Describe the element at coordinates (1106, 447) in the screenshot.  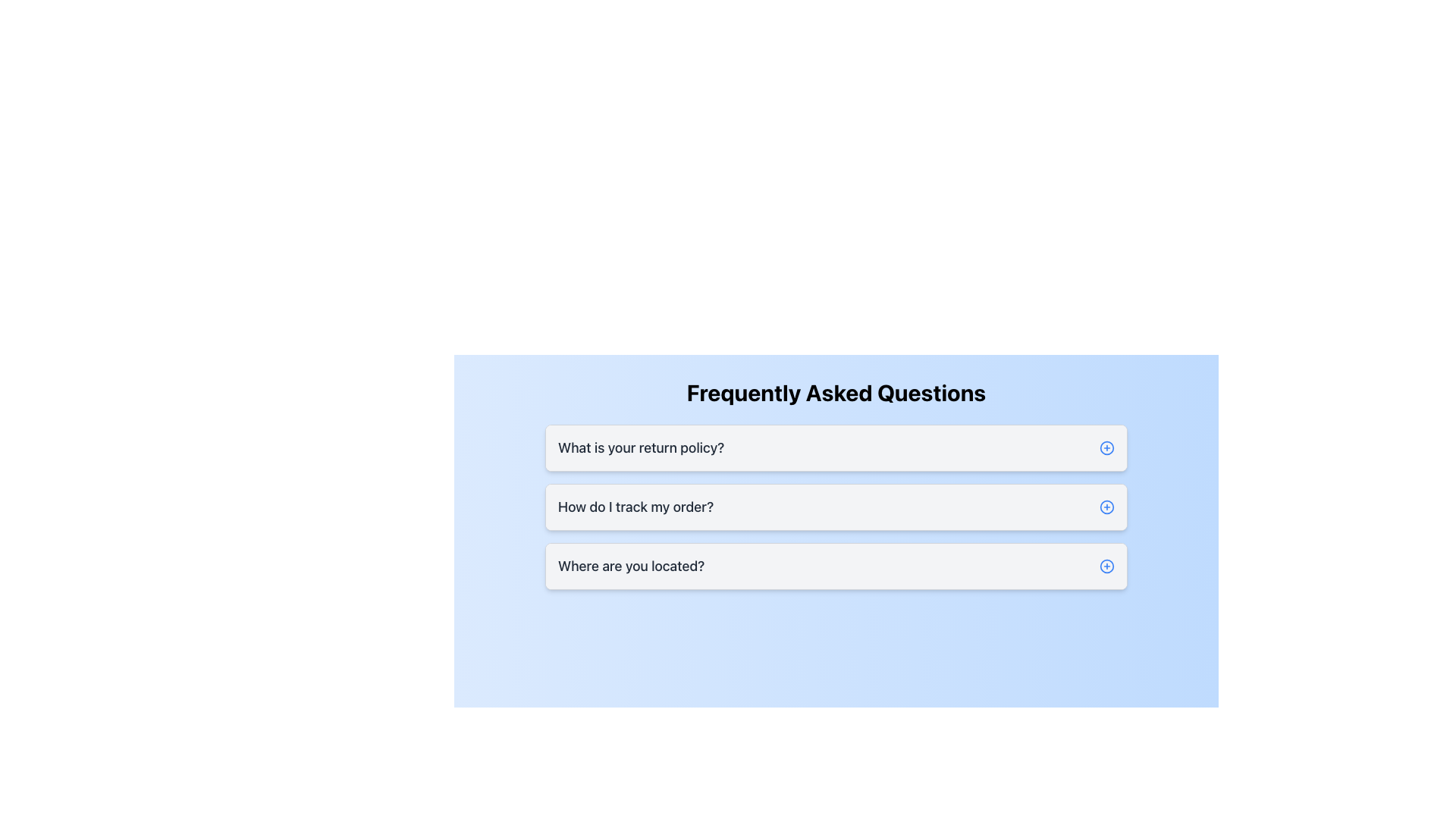
I see `the Circular icon element, which is the central component of an icon with a plus-shaped design located on the right side of the top FAQ item` at that location.